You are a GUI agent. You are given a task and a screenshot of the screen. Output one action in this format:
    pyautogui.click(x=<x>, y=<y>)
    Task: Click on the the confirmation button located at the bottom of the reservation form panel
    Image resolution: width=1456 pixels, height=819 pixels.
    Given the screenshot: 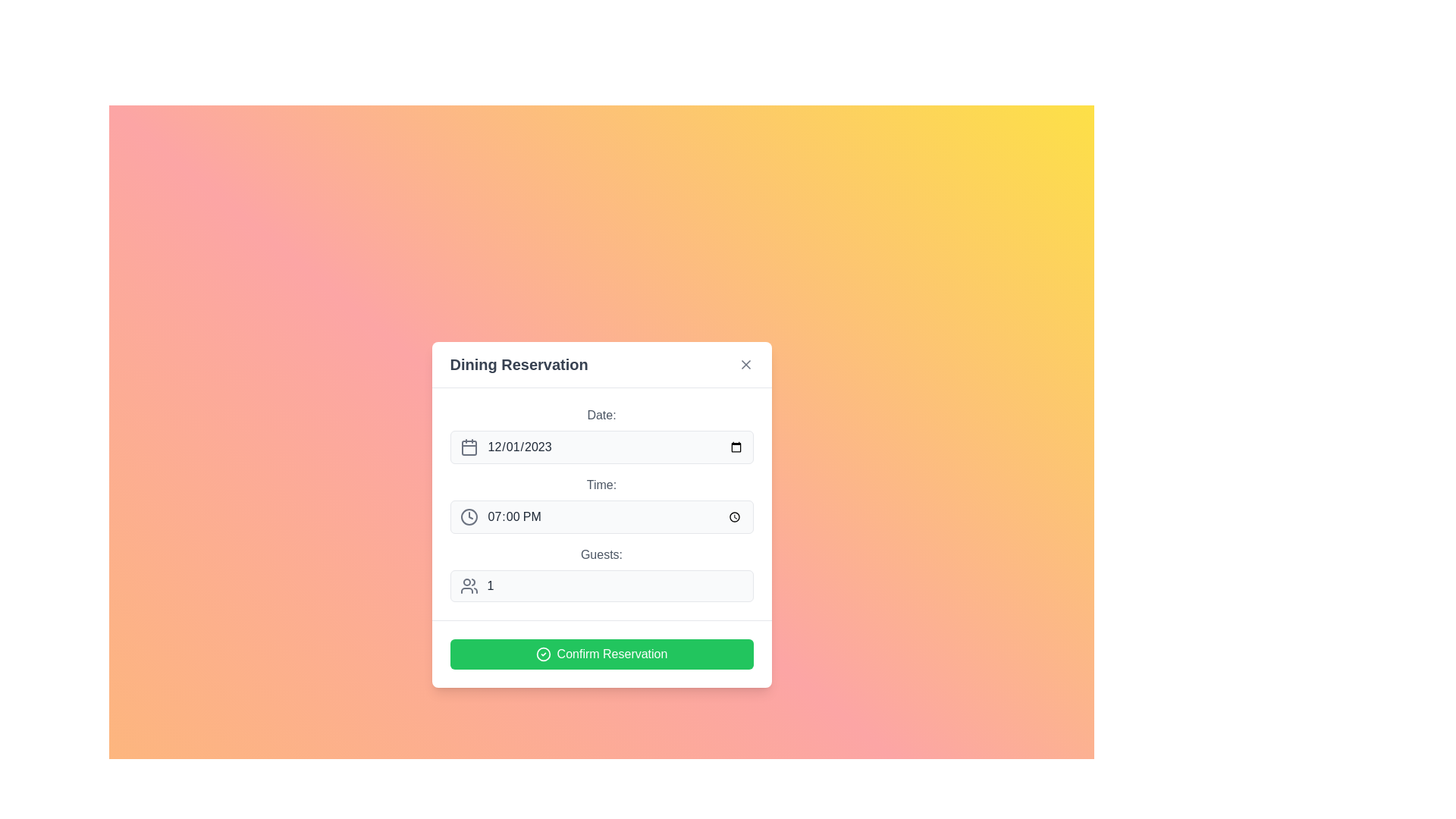 What is the action you would take?
    pyautogui.click(x=601, y=654)
    